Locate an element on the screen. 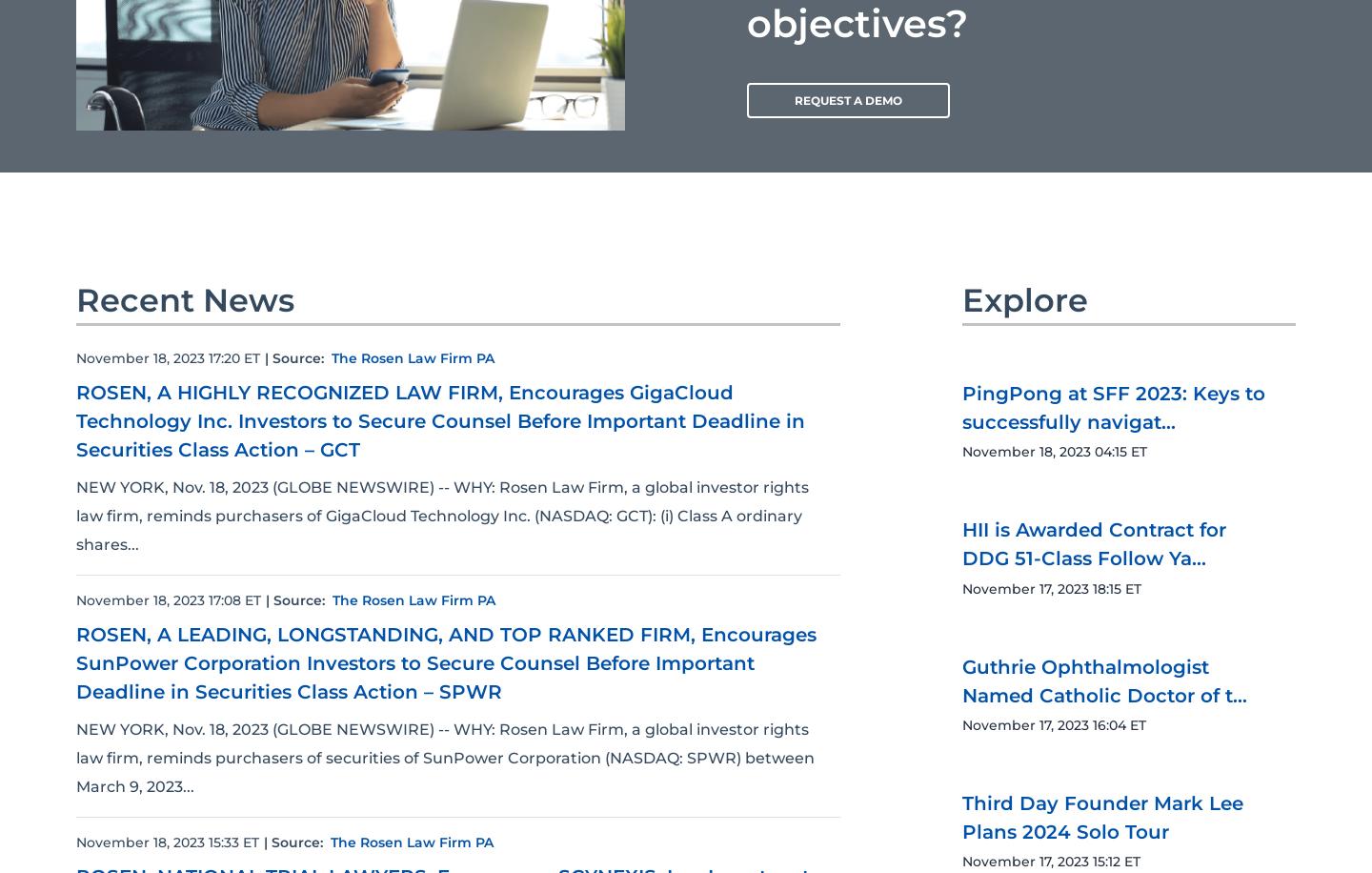 The width and height of the screenshot is (1372, 873). 'November 17, 2023 18:15 ET' is located at coordinates (1051, 588).